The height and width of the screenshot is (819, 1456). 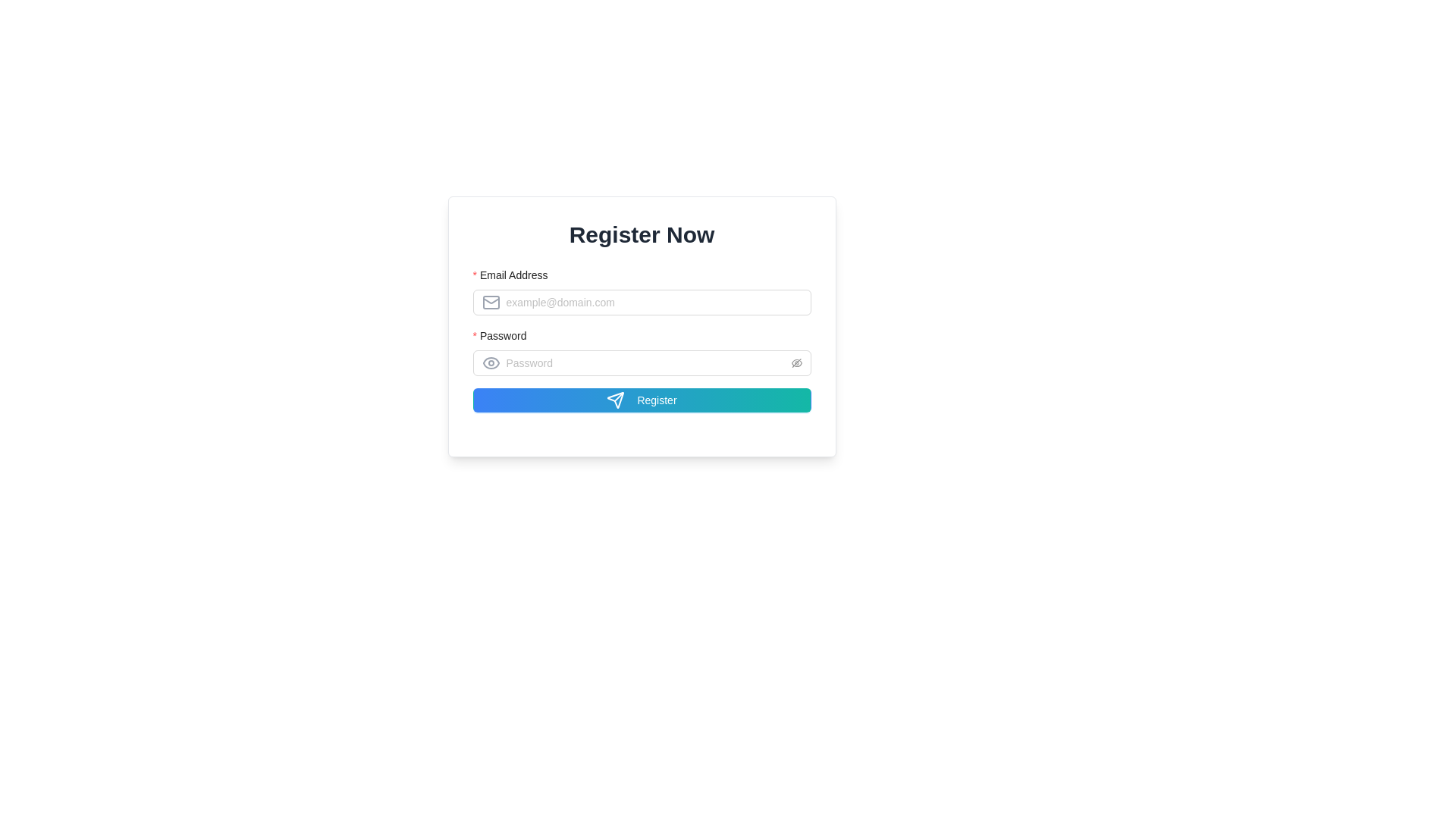 I want to click on and select text within the Password input field, which is visually associated with an eye symbol prefix and an eye-slash suffix, located below the Email Address input field, so click(x=642, y=362).